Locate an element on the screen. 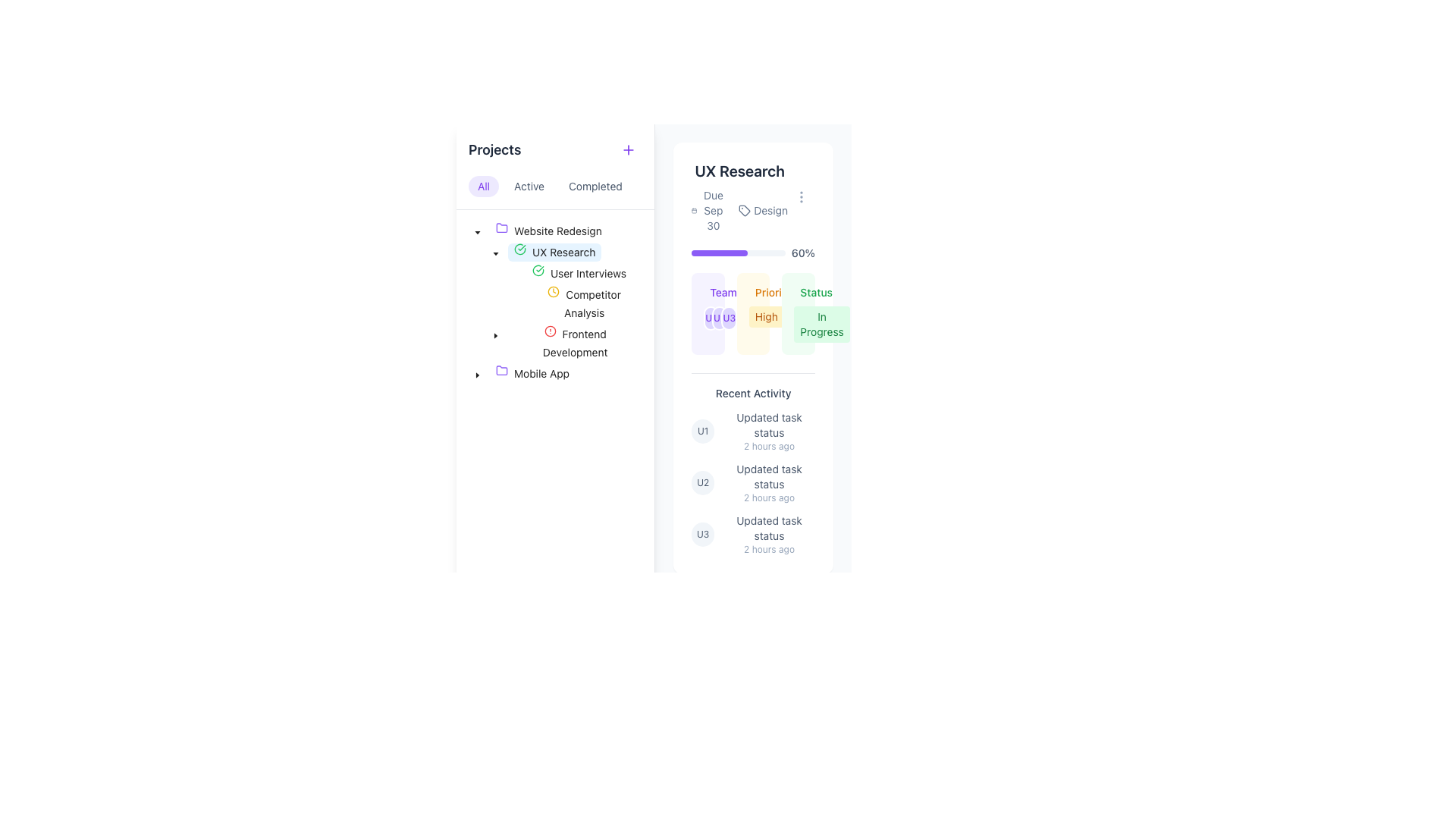  the user identifier text label located in the circular area at the top-left corner of the 'Team' section is located at coordinates (702, 534).